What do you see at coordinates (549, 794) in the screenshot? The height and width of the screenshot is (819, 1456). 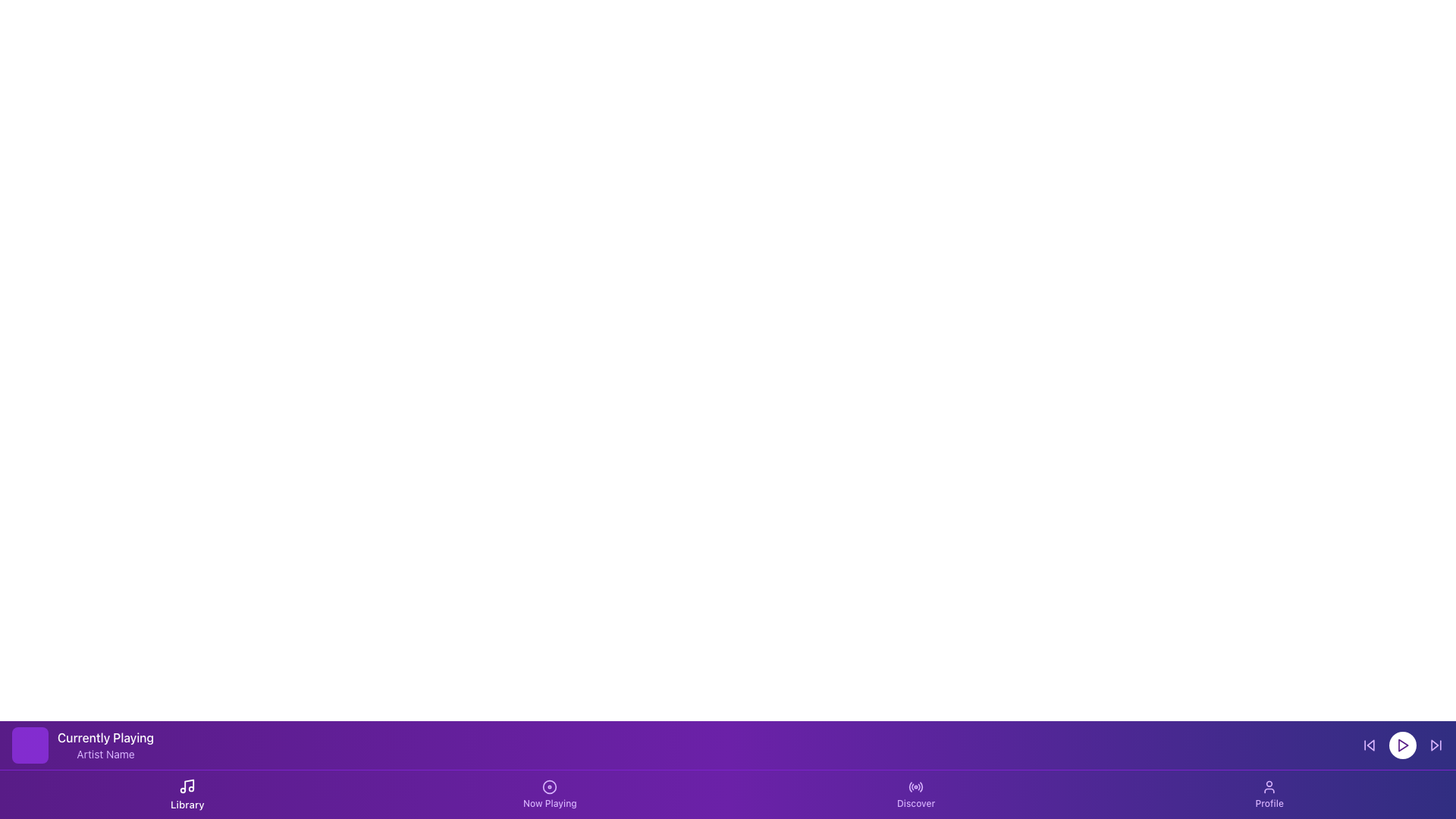 I see `the Clickable Icon-Text Button located in the bottom navigation bar, positioned between the 'Library' and 'Discover' options` at bounding box center [549, 794].